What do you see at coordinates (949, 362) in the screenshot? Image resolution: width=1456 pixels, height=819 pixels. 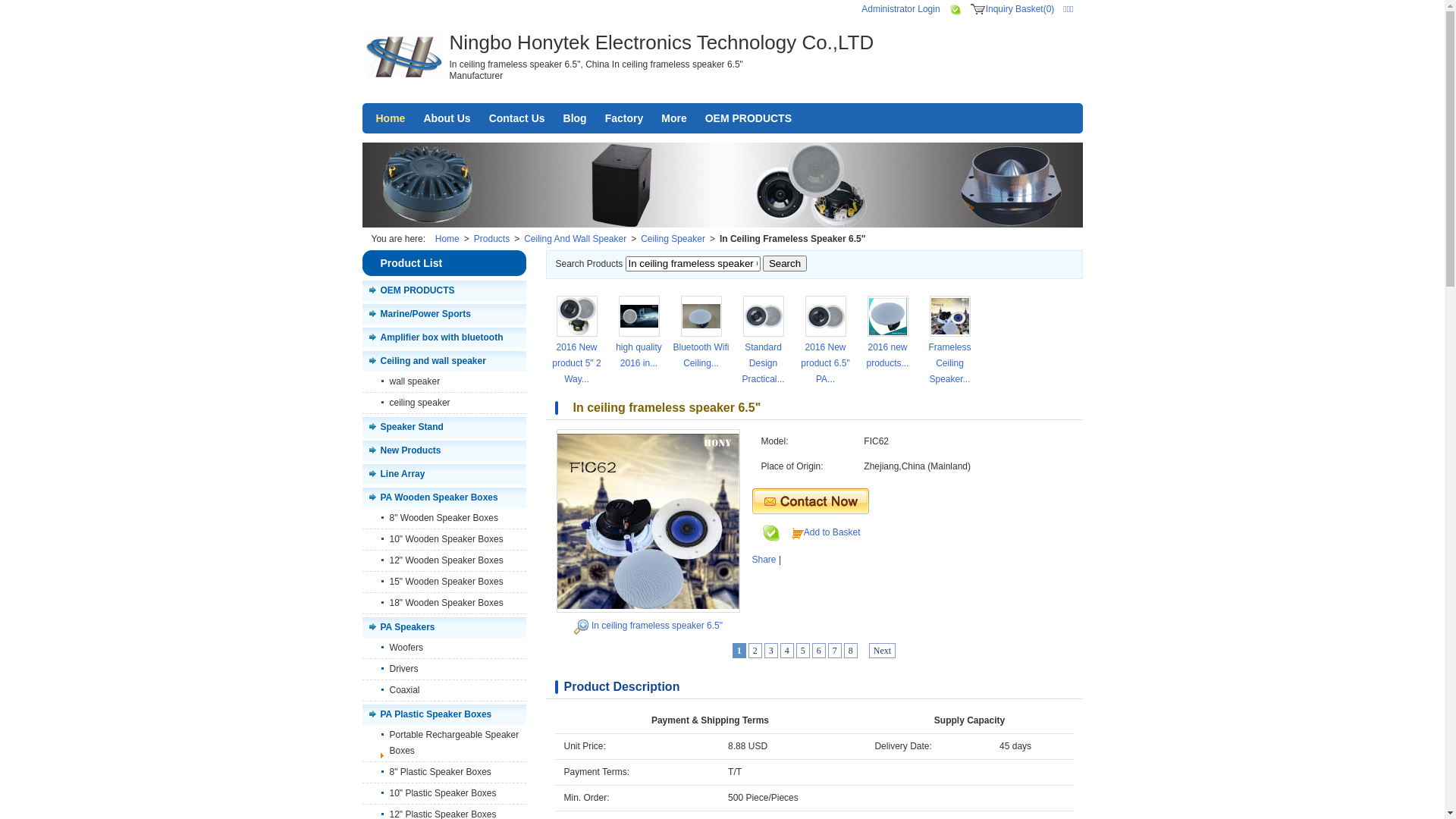 I see `'Frameless Ceiling Speaker...'` at bounding box center [949, 362].